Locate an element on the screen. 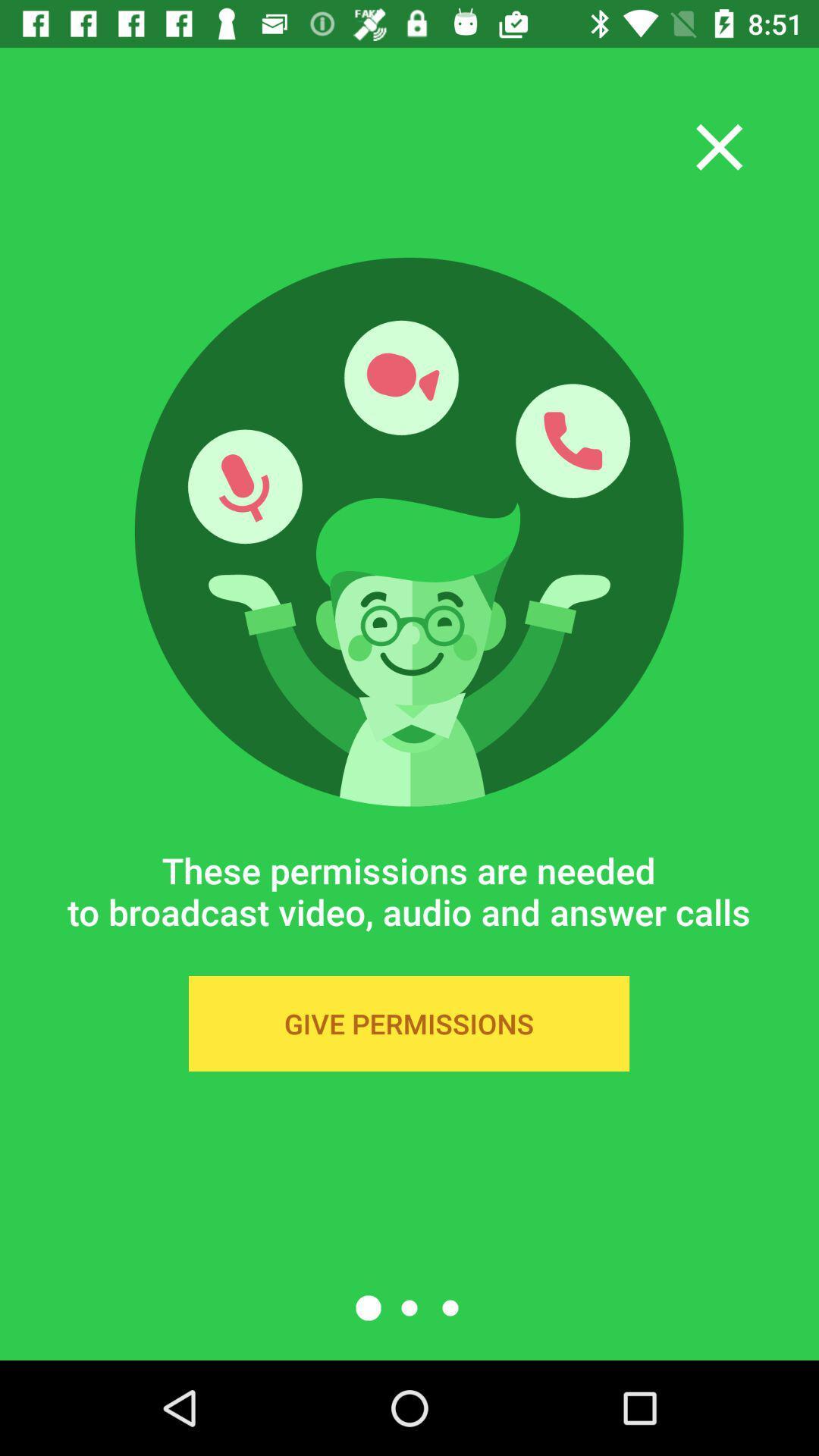 This screenshot has height=1456, width=819. the close icon is located at coordinates (718, 147).